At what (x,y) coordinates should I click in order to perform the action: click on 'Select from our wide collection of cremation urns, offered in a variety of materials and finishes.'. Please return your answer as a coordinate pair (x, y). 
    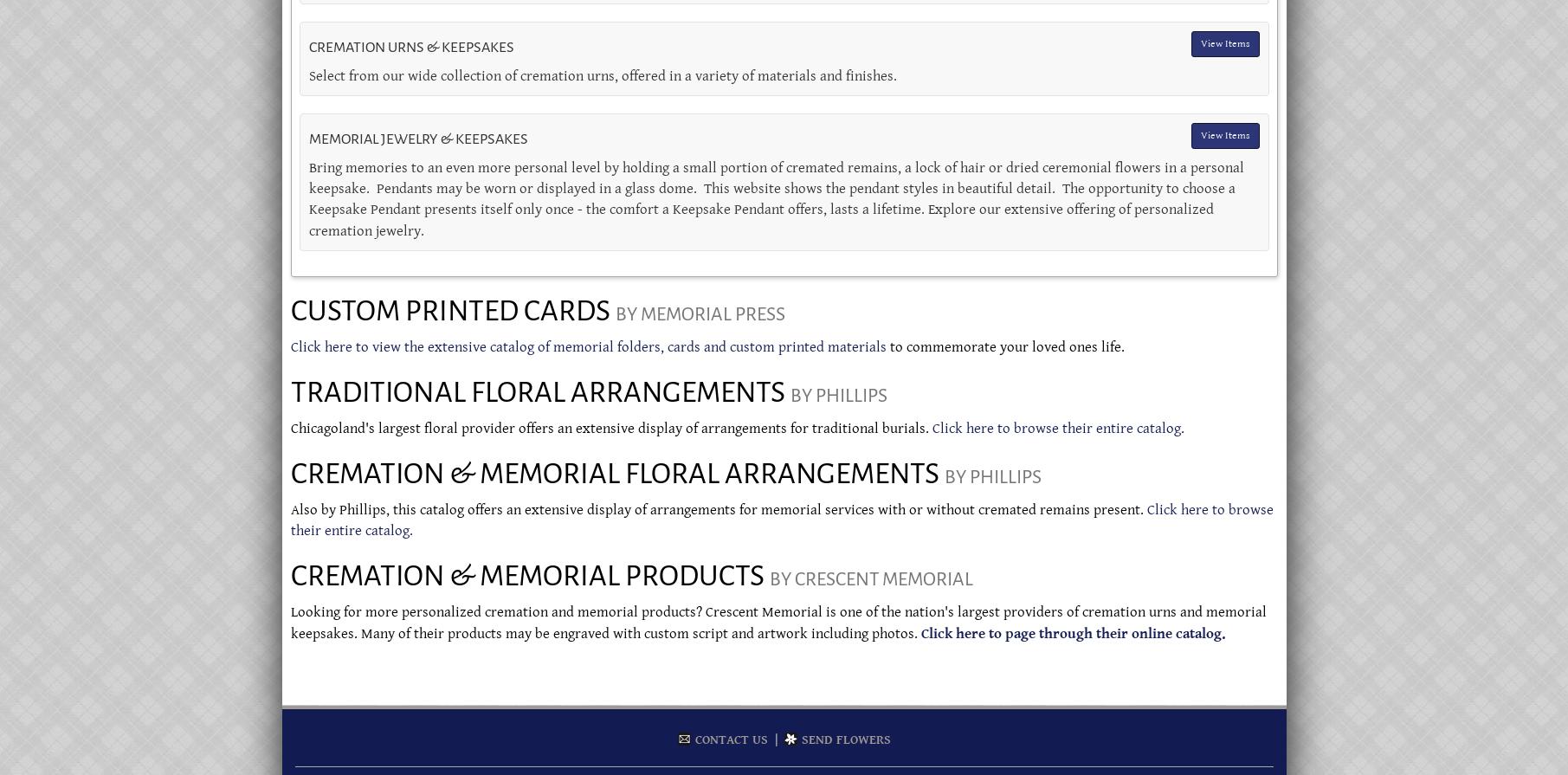
    Looking at the image, I should click on (602, 74).